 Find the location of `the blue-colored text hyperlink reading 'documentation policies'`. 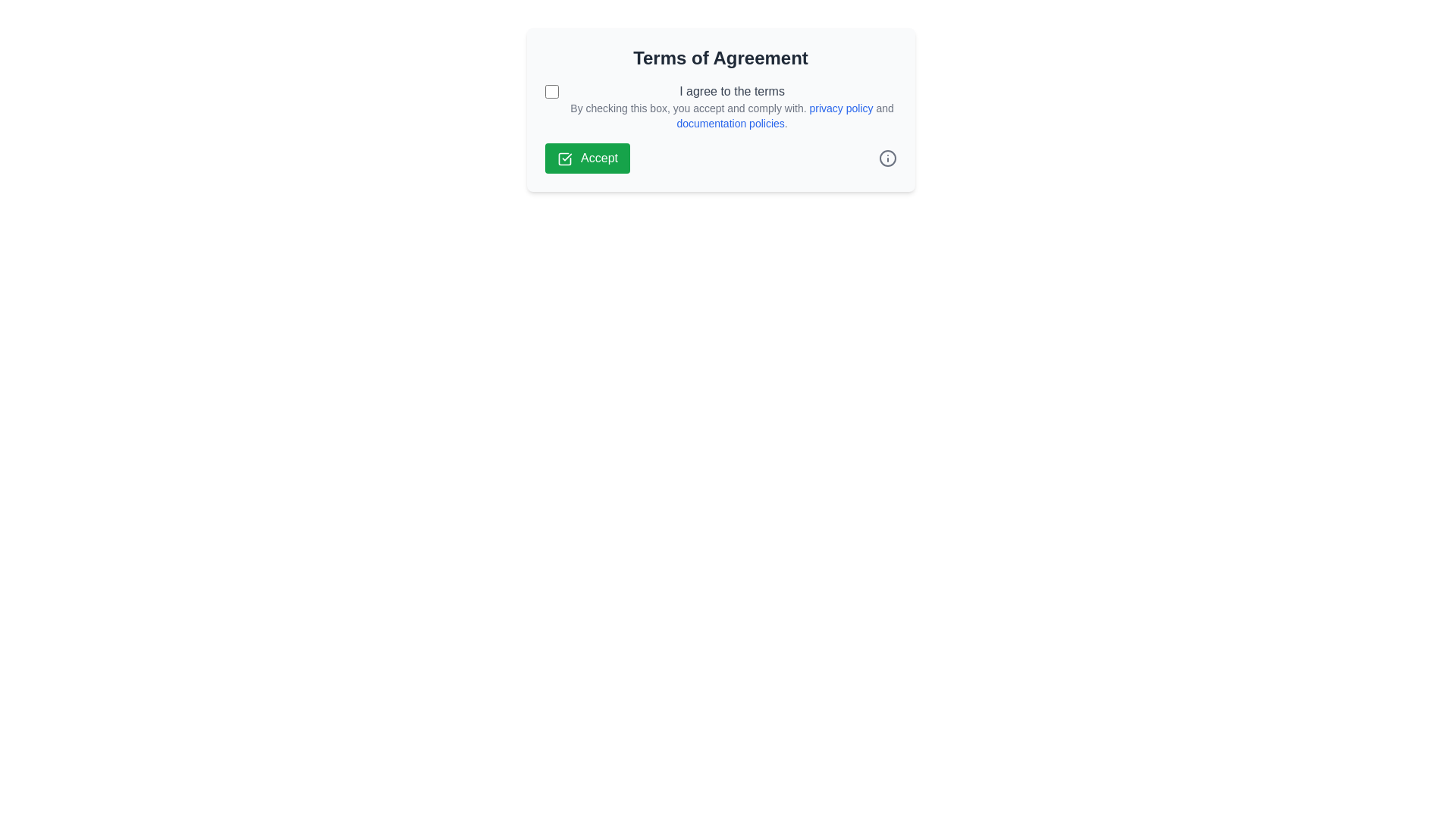

the blue-colored text hyperlink reading 'documentation policies' is located at coordinates (730, 122).